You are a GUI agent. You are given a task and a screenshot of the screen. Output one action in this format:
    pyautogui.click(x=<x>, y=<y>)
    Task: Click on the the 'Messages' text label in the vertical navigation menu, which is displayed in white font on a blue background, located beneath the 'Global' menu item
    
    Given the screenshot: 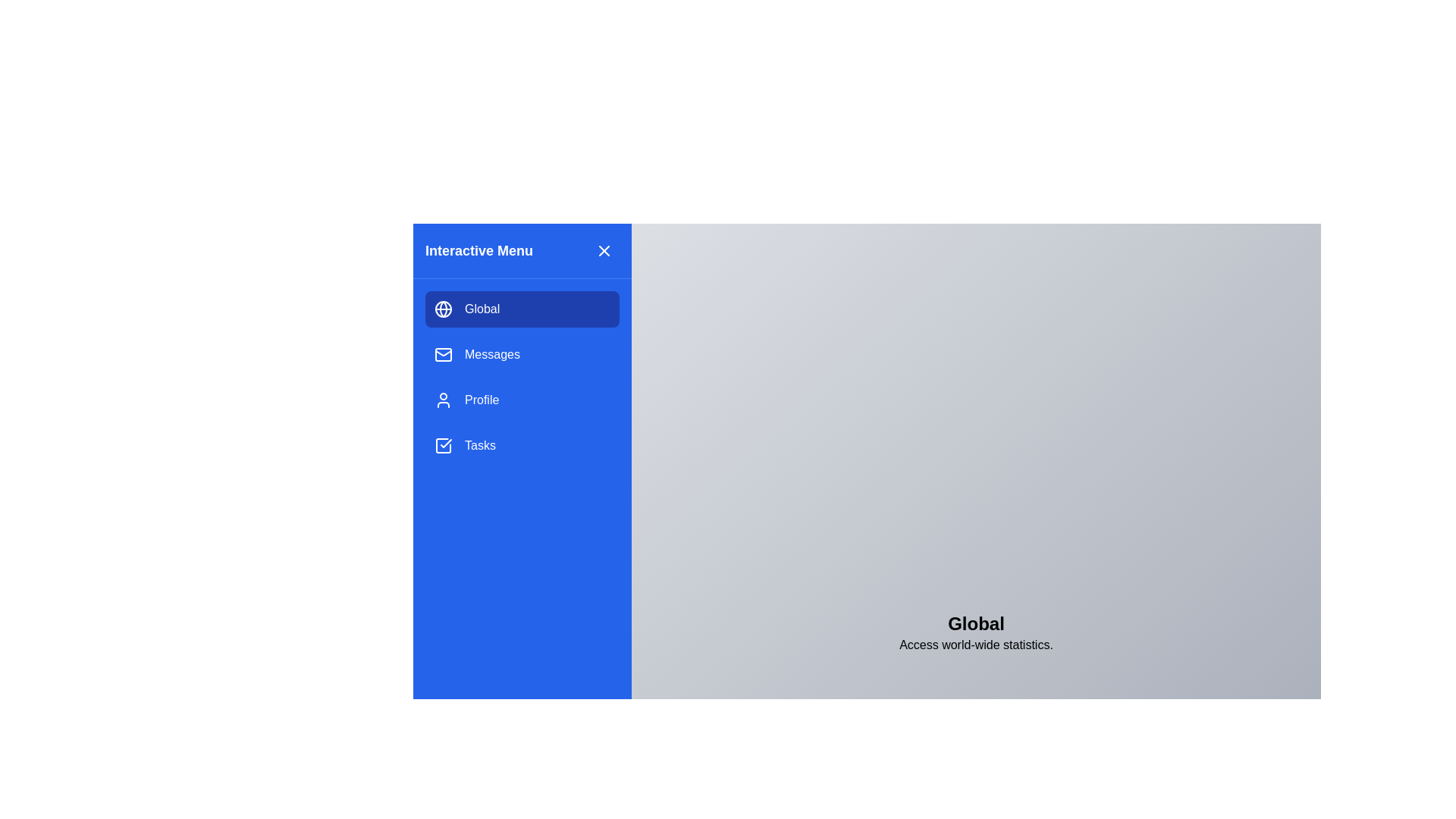 What is the action you would take?
    pyautogui.click(x=492, y=354)
    